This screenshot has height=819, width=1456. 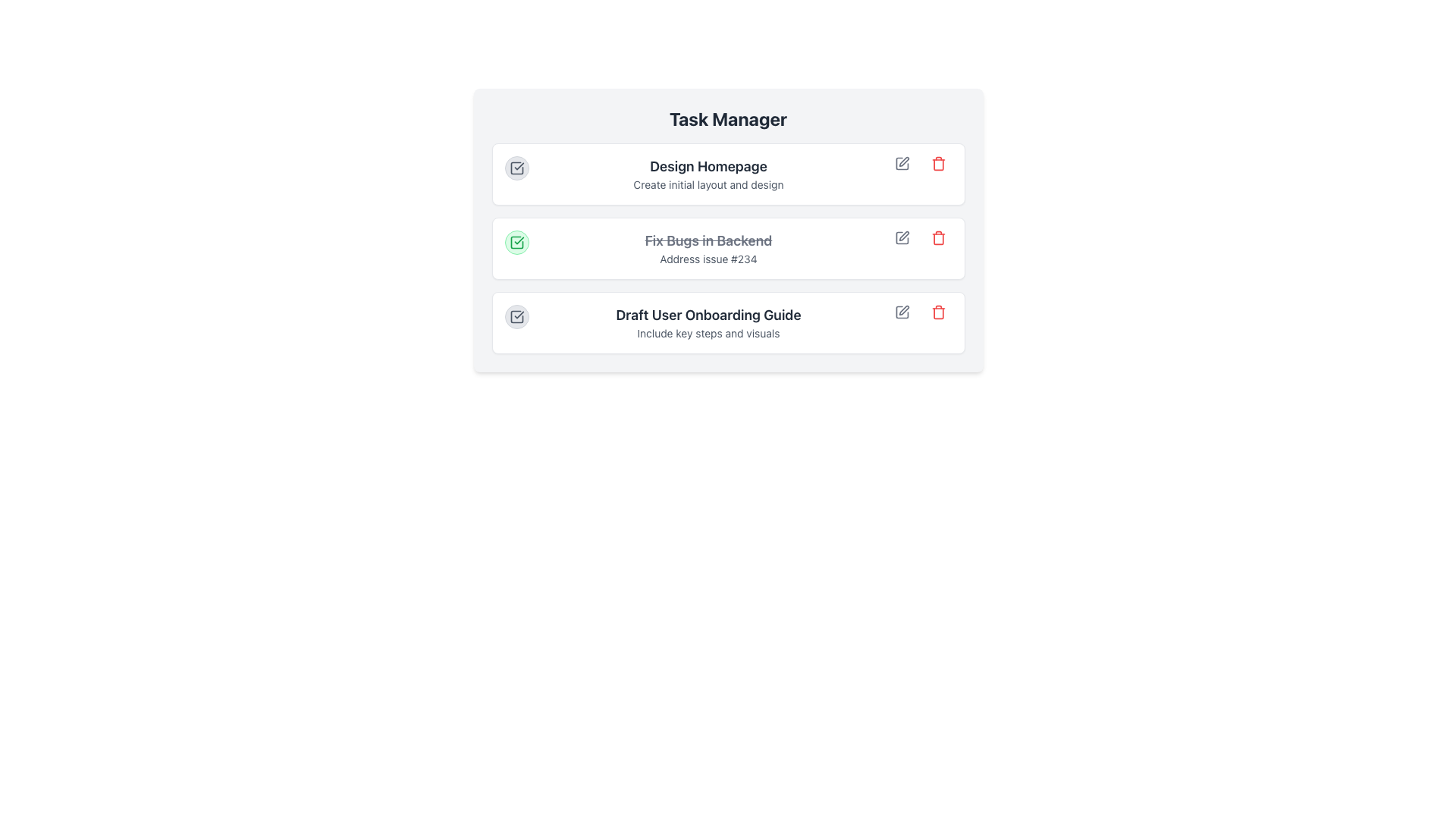 What do you see at coordinates (516, 315) in the screenshot?
I see `the toggle button on the leftmost side of the row for the task 'Draft User Onboarding Guide' to mark it as completed or uncompleted` at bounding box center [516, 315].